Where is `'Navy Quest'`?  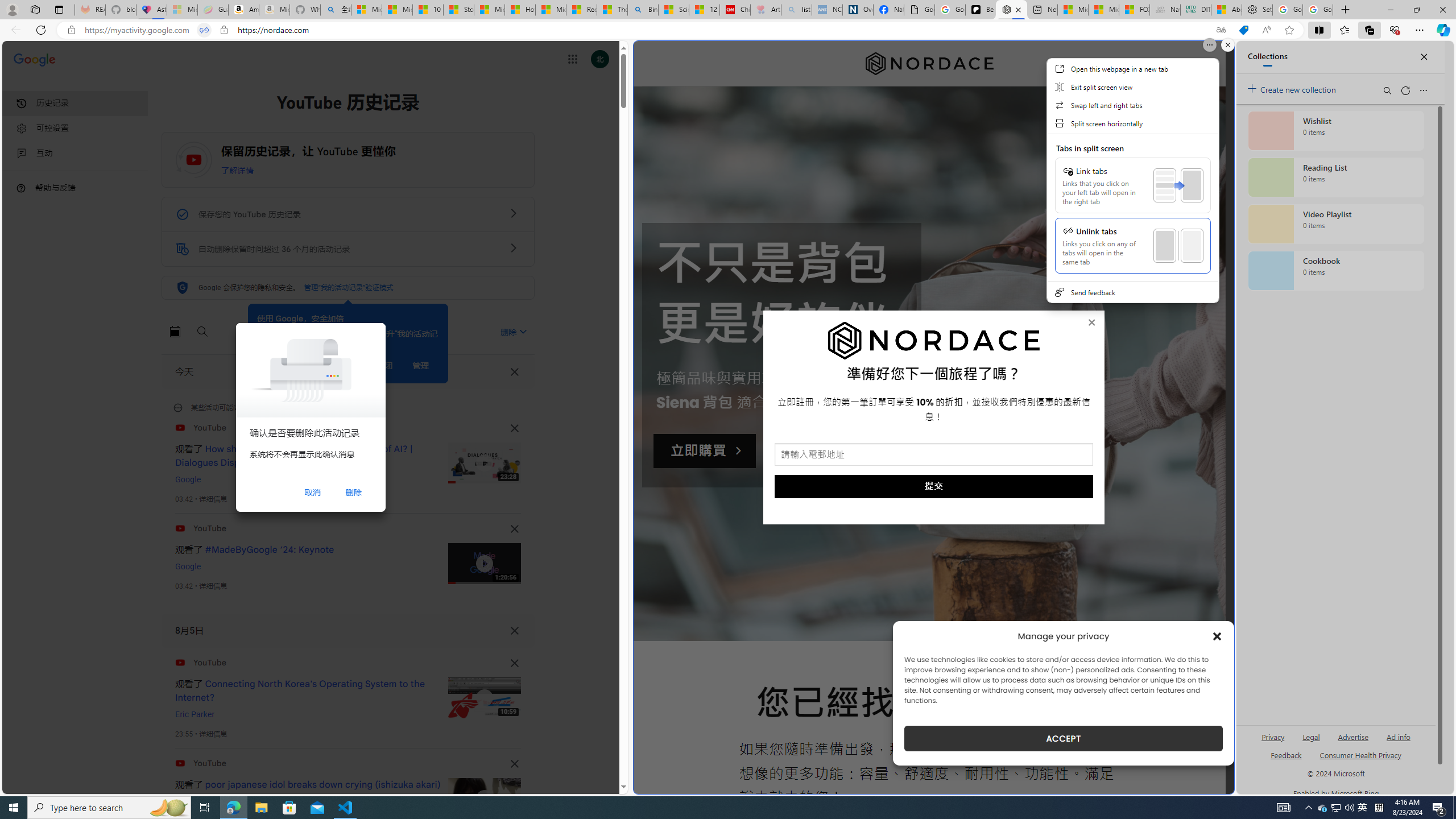 'Navy Quest' is located at coordinates (1164, 9).